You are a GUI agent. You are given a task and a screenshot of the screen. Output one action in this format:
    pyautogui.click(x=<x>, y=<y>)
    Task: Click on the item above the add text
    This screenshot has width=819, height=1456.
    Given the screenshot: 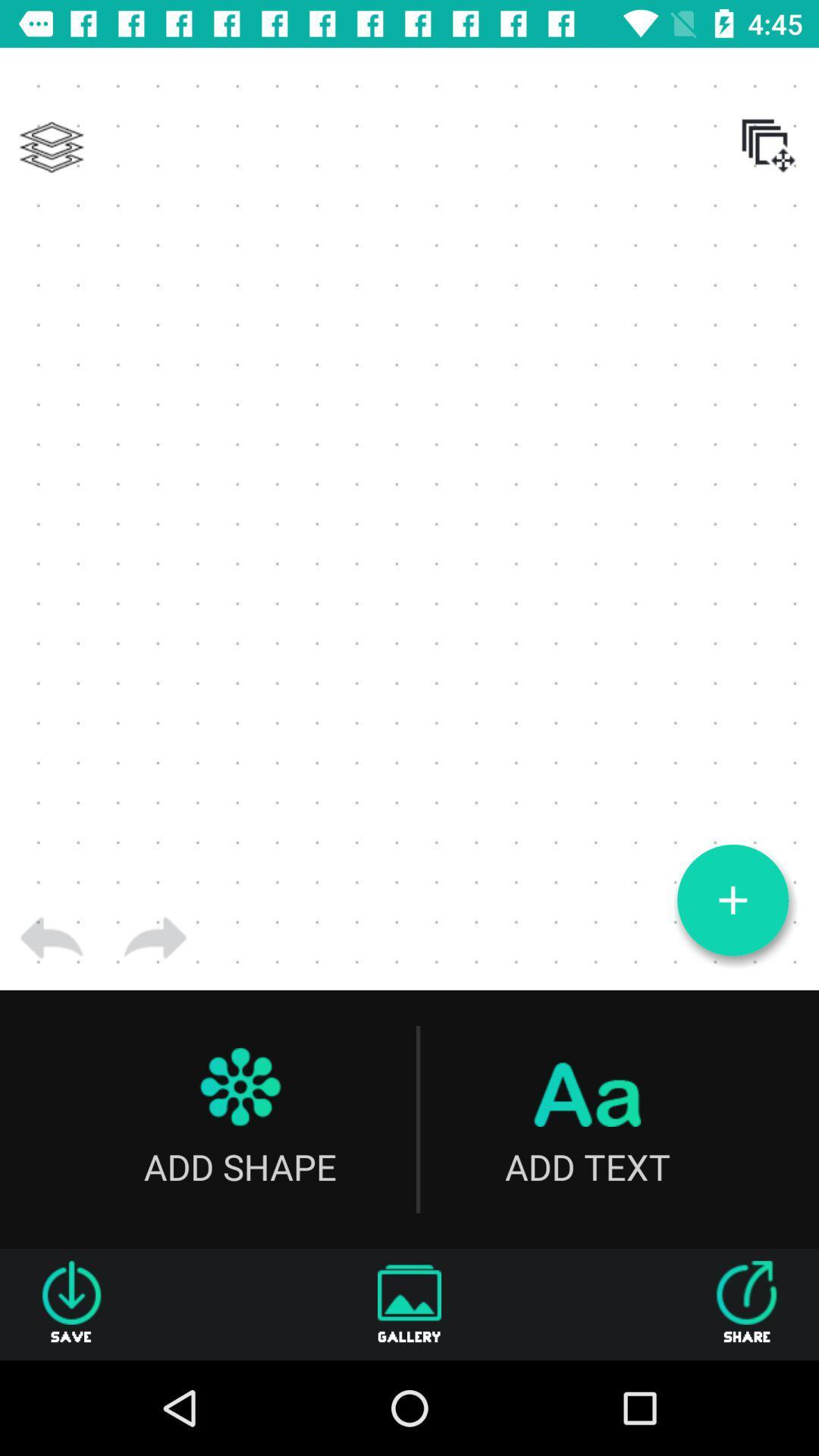 What is the action you would take?
    pyautogui.click(x=732, y=900)
    